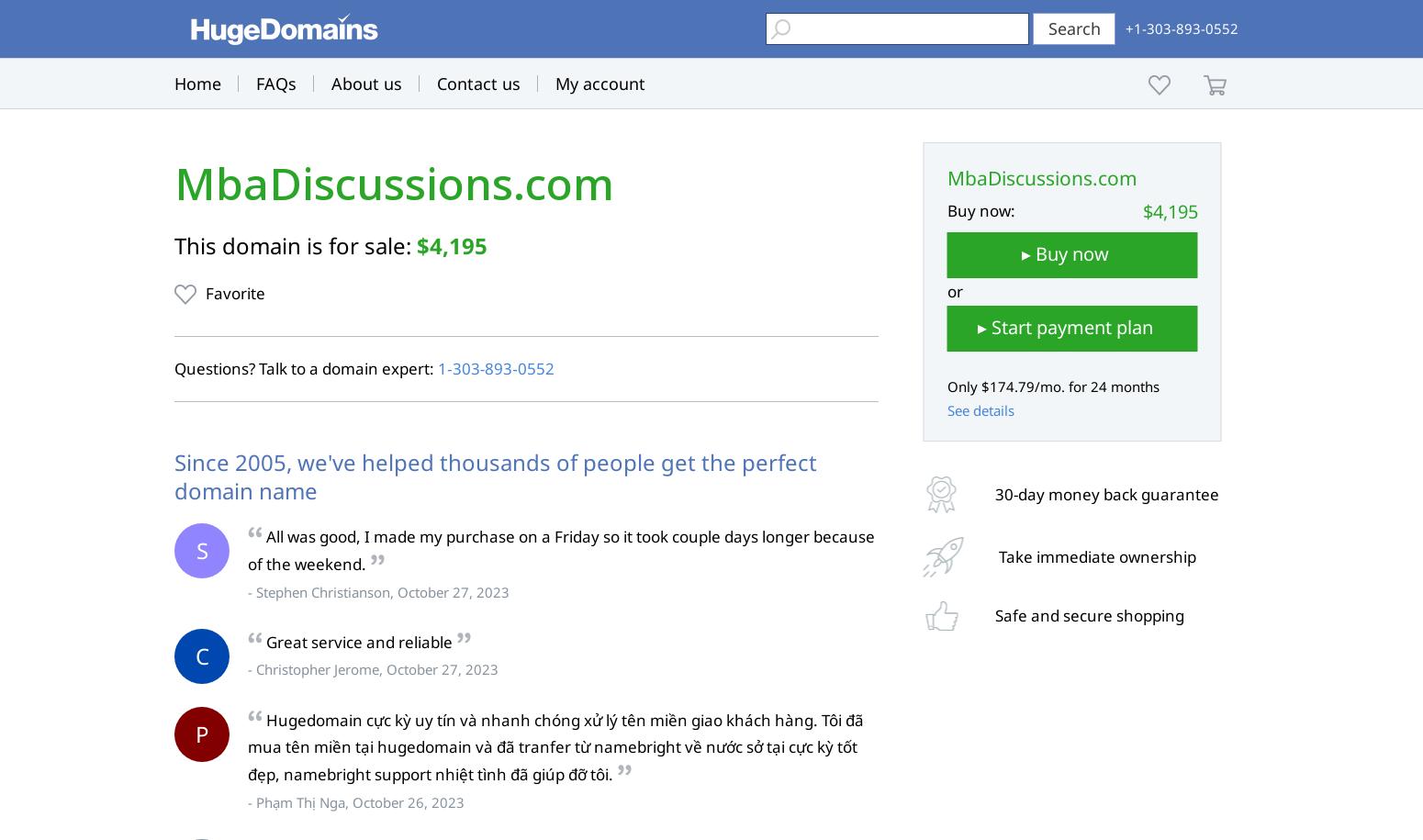 The image size is (1423, 840). Describe the element at coordinates (235, 293) in the screenshot. I see `'Favorite'` at that location.